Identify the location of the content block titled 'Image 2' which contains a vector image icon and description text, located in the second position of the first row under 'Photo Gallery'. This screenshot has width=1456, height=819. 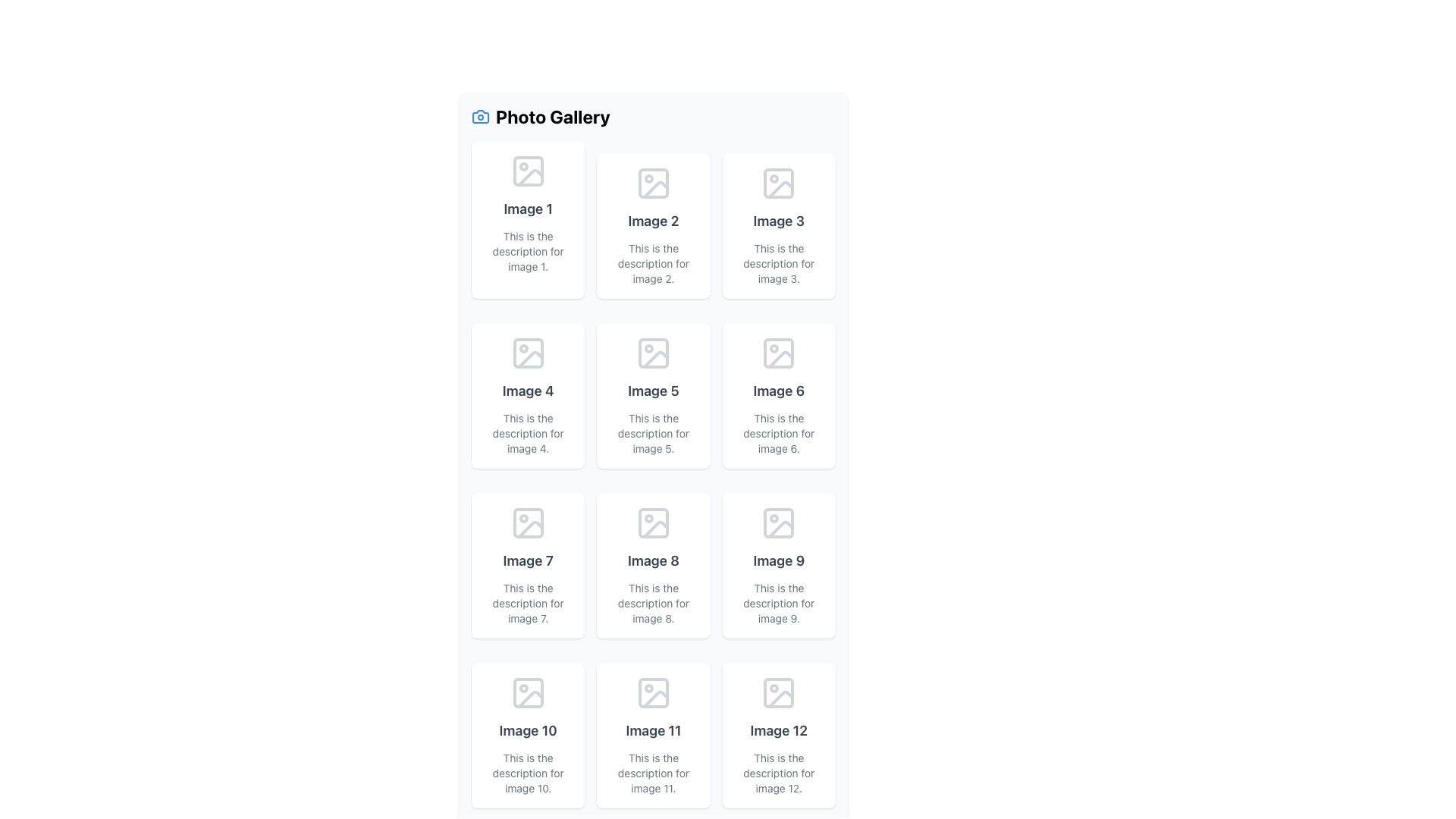
(654, 225).